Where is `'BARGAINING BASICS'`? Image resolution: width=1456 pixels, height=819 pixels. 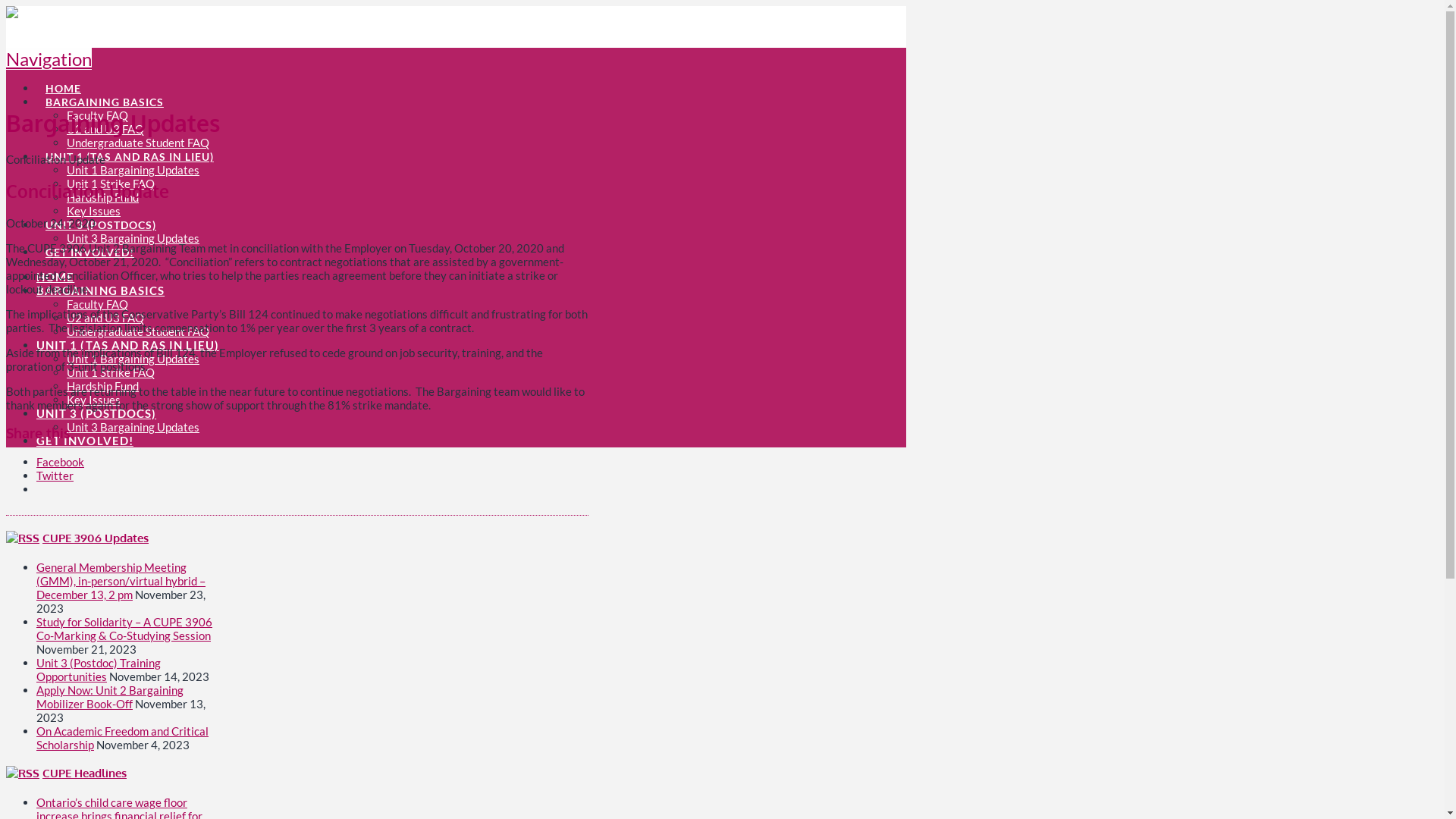
'BARGAINING BASICS' is located at coordinates (99, 290).